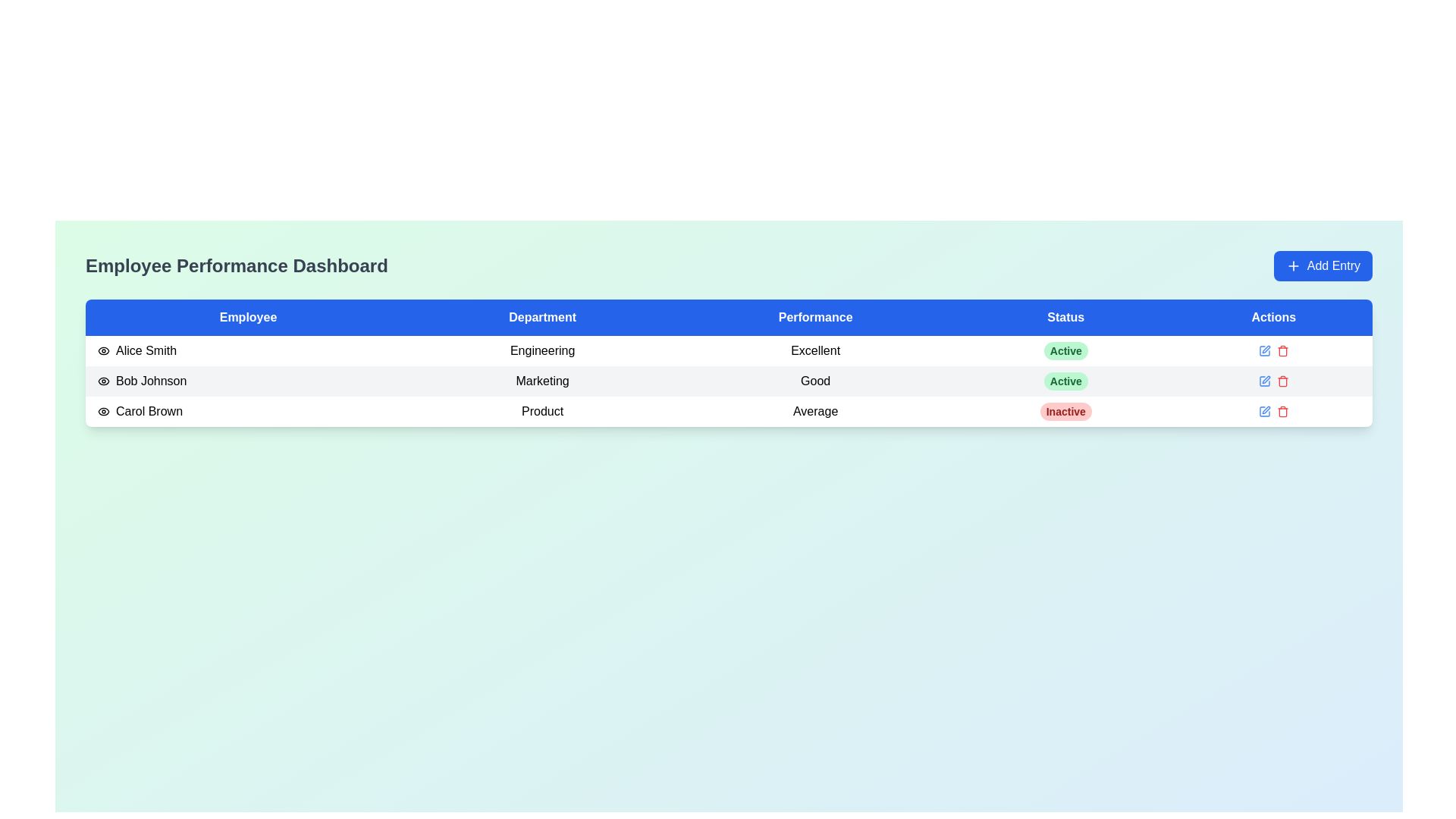 The height and width of the screenshot is (819, 1456). I want to click on the text label displaying 'Average' under the 'Performance' column in the row associated with 'Carol Brown', so click(814, 412).